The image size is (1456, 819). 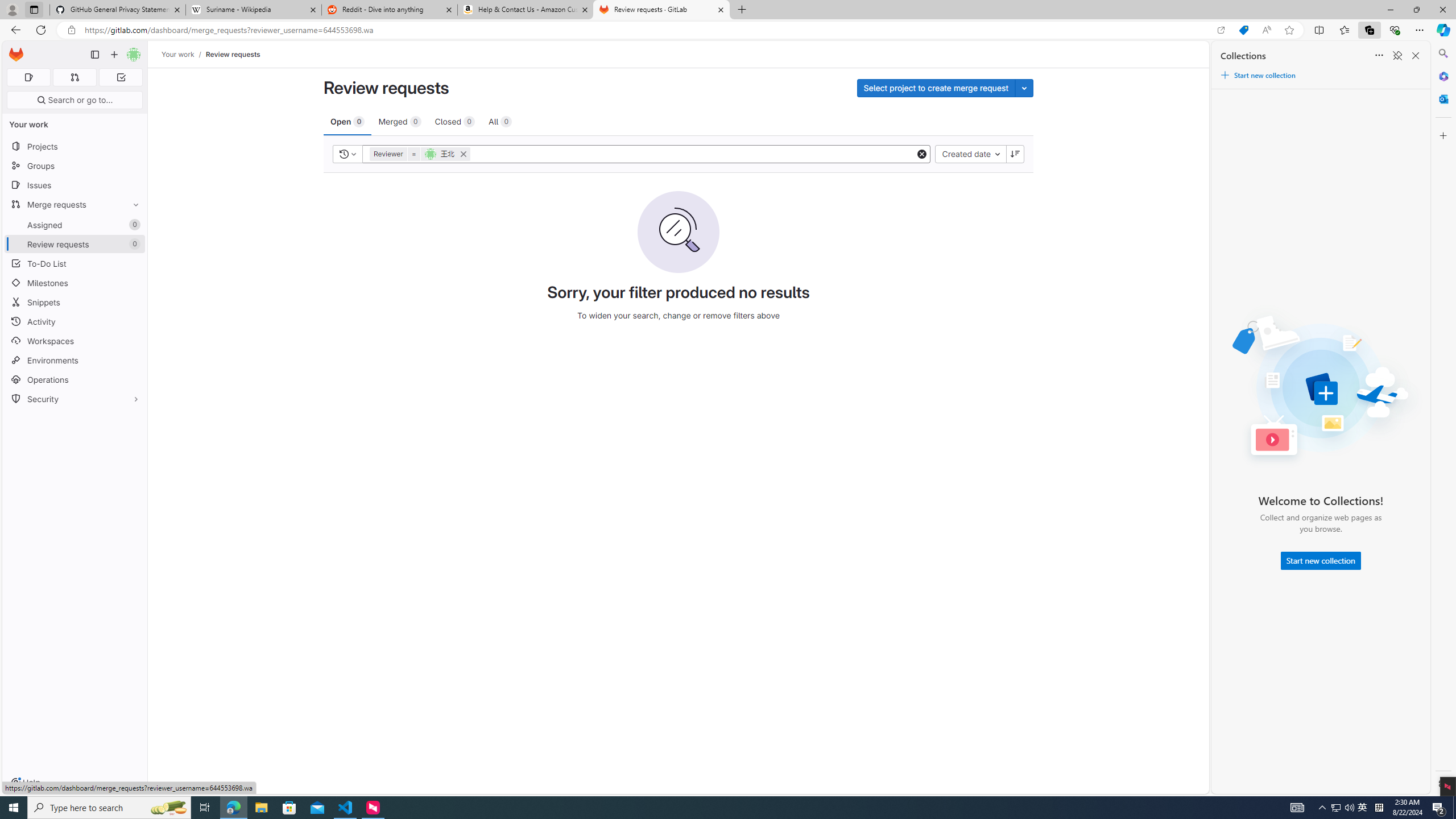 What do you see at coordinates (74, 321) in the screenshot?
I see `'Activity'` at bounding box center [74, 321].